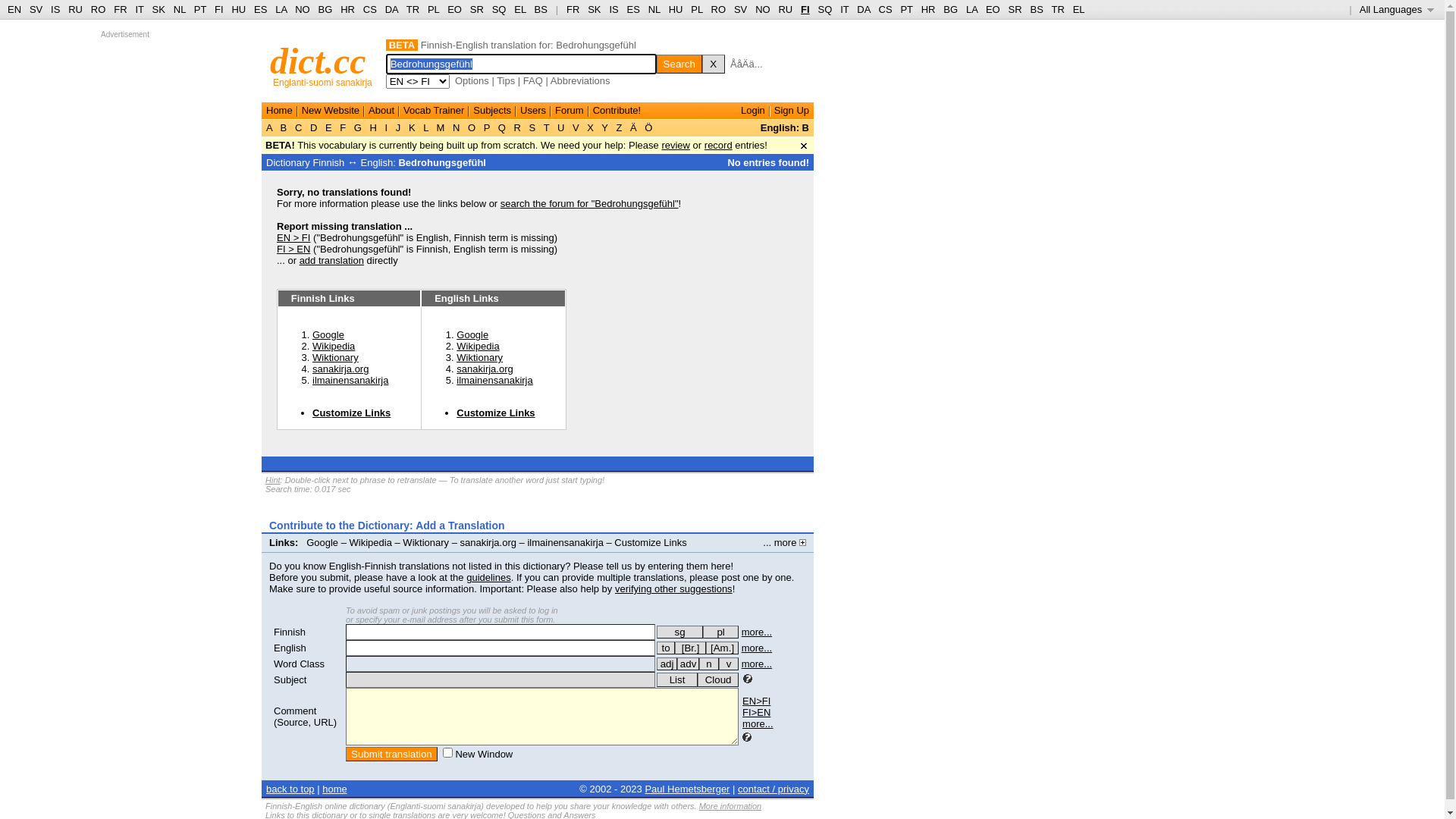 This screenshot has width=1456, height=819. Describe the element at coordinates (689, 648) in the screenshot. I see `'(esp.) British English'` at that location.